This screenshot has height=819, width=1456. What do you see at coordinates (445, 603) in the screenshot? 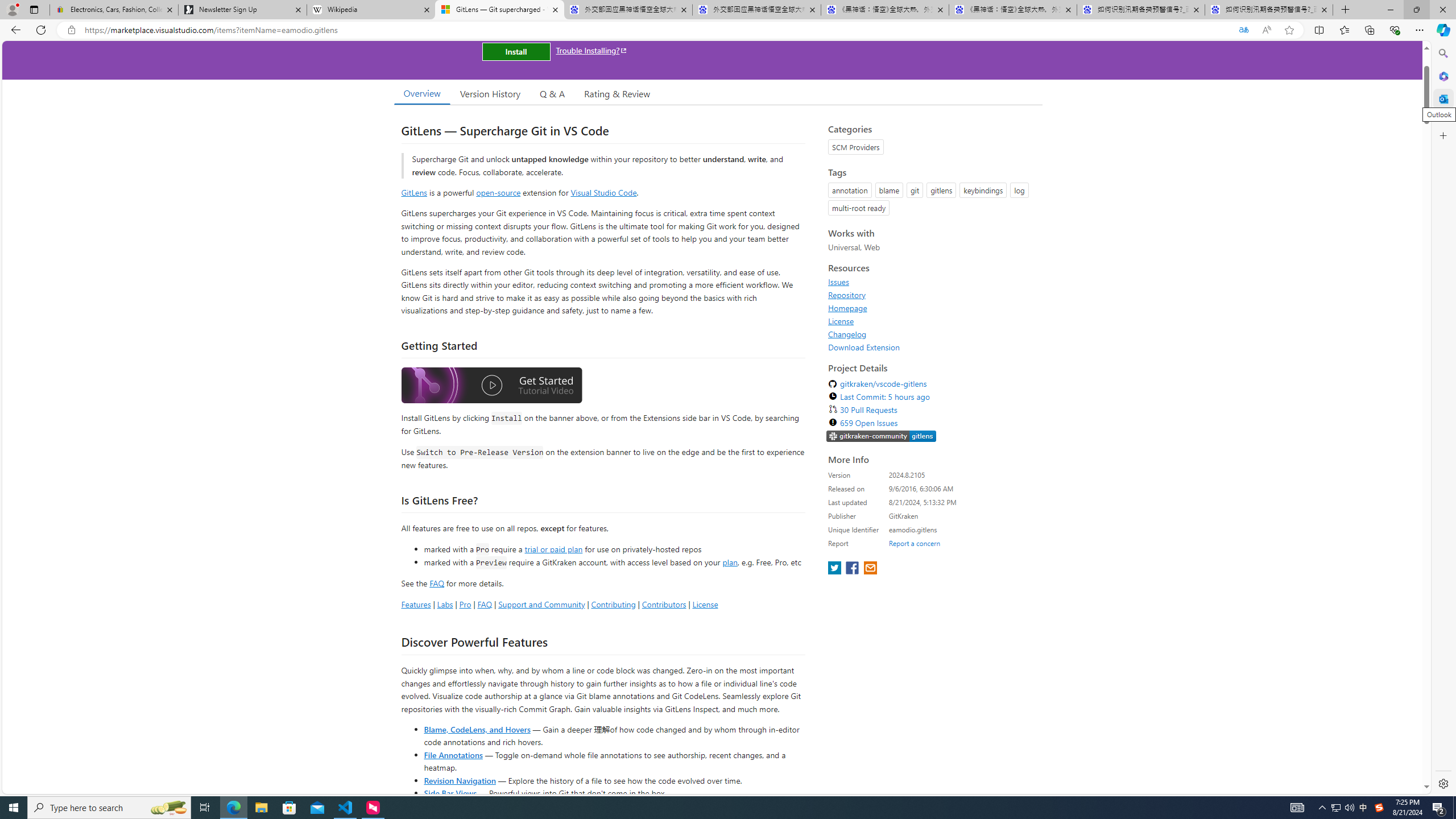
I see `'Labs'` at bounding box center [445, 603].